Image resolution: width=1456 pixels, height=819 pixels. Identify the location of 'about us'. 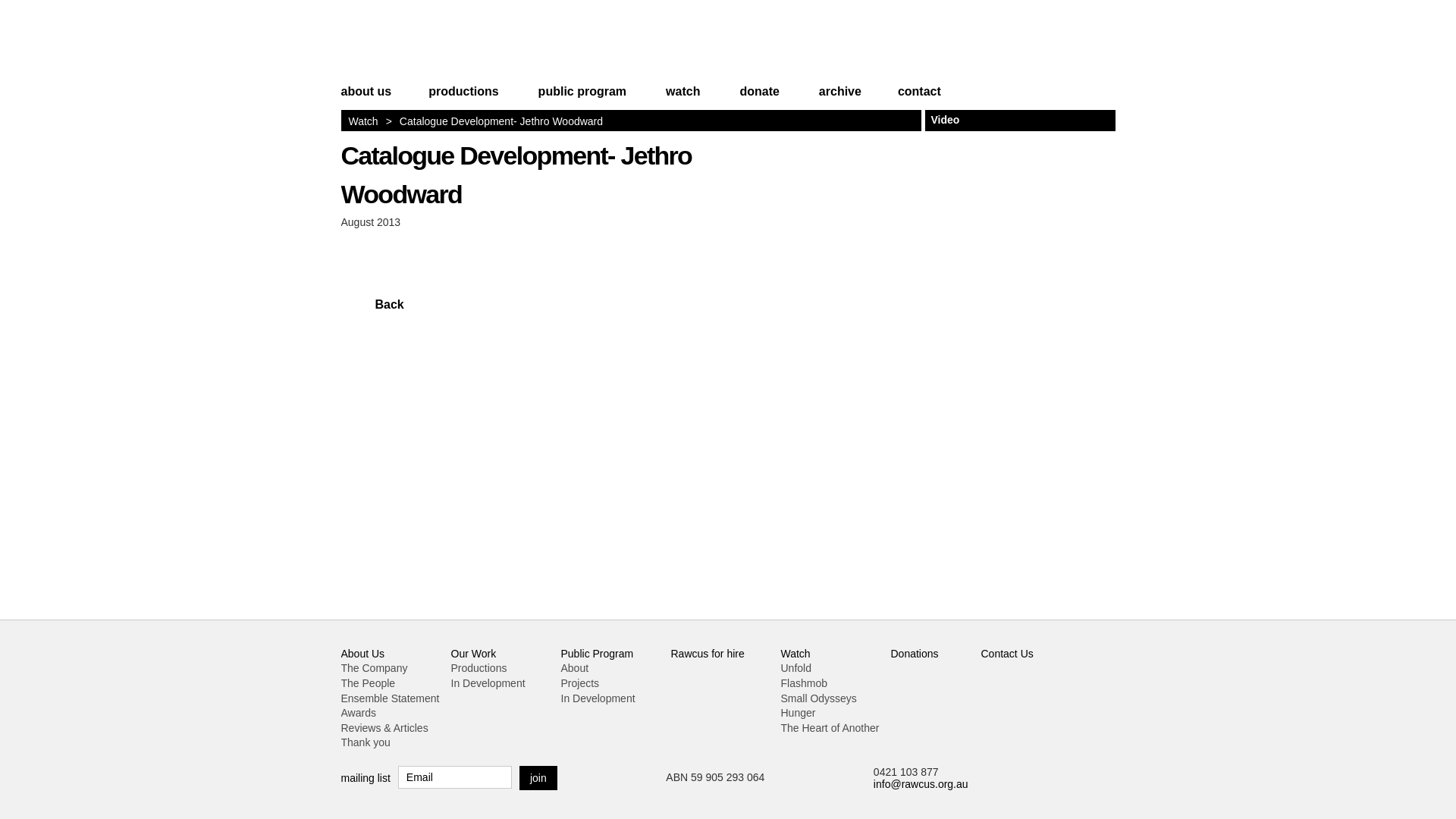
(375, 98).